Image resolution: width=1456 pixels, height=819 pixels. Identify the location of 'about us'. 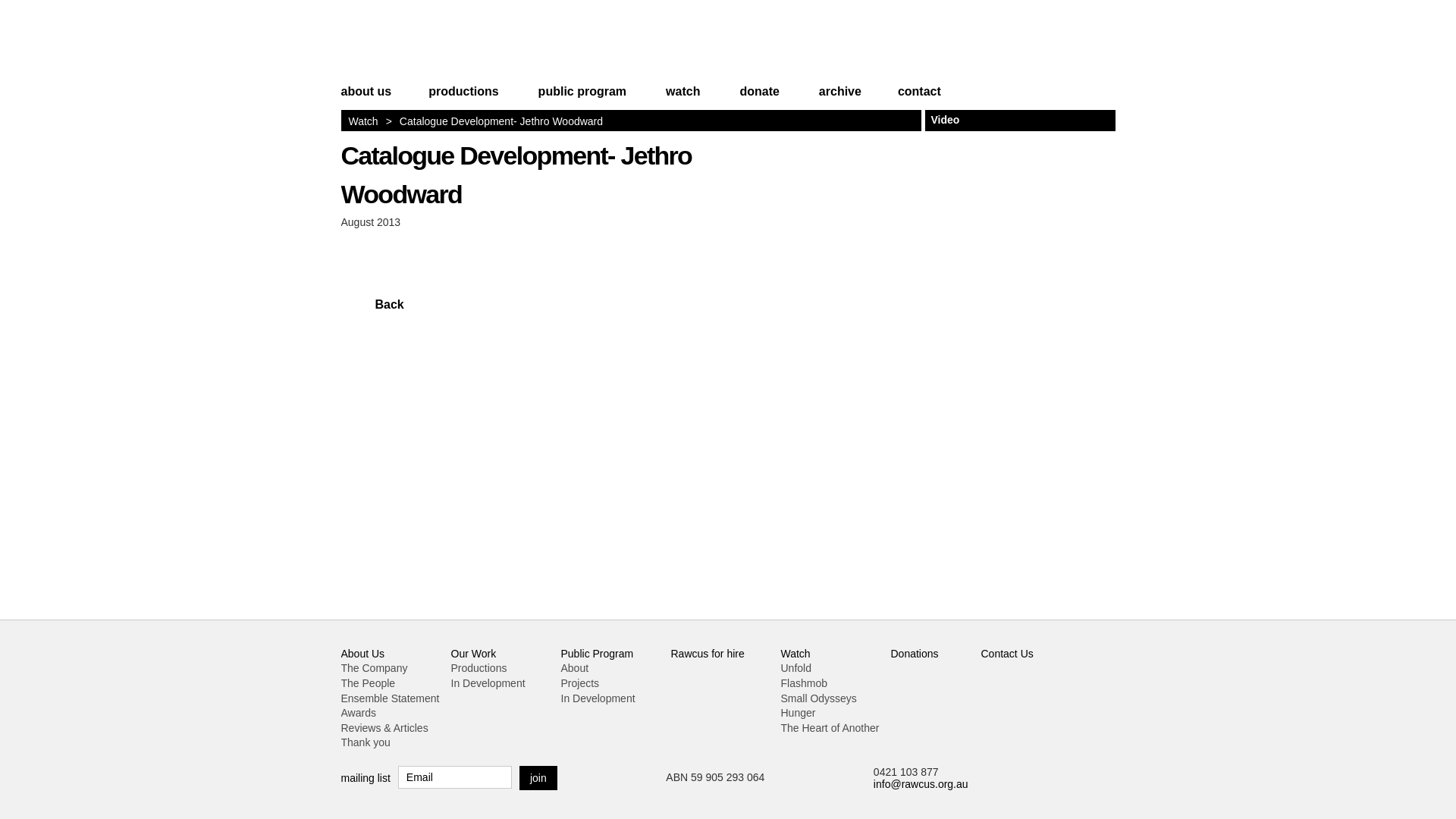
(375, 98).